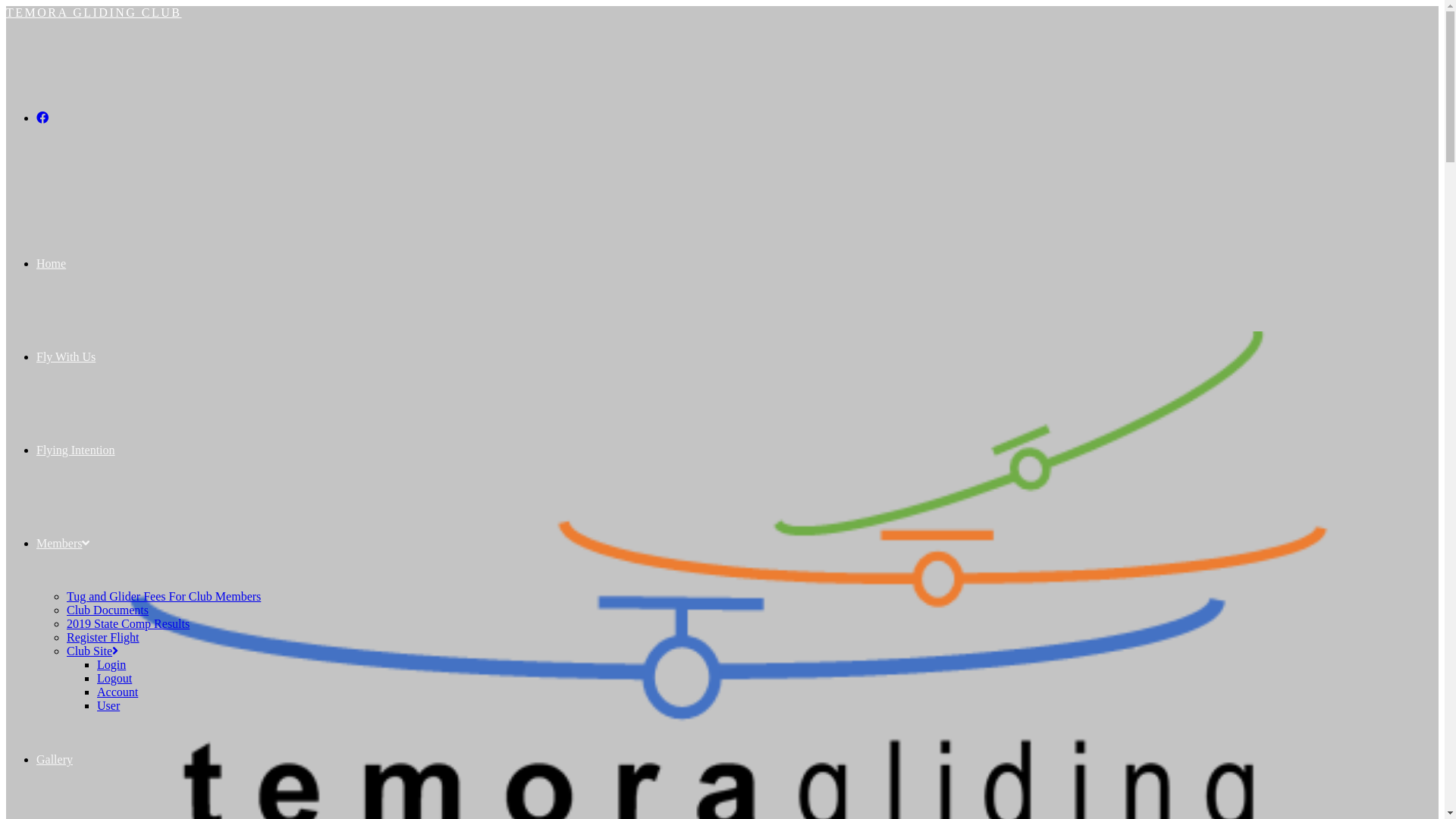 Image resolution: width=1456 pixels, height=819 pixels. I want to click on 'Account', so click(116, 692).